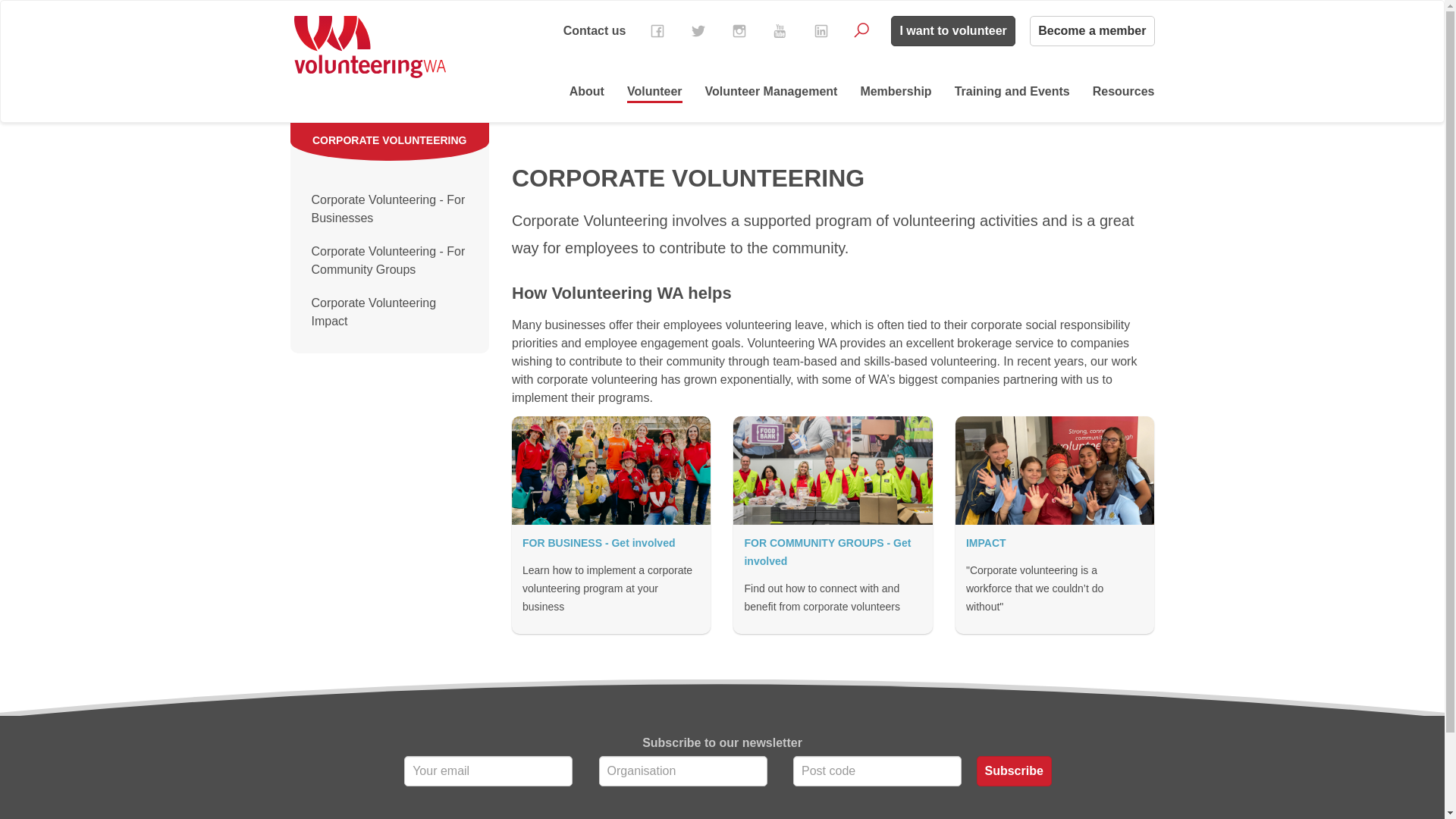 The height and width of the screenshot is (819, 1456). What do you see at coordinates (598, 542) in the screenshot?
I see `'FOR BUSINESS - Get involved'` at bounding box center [598, 542].